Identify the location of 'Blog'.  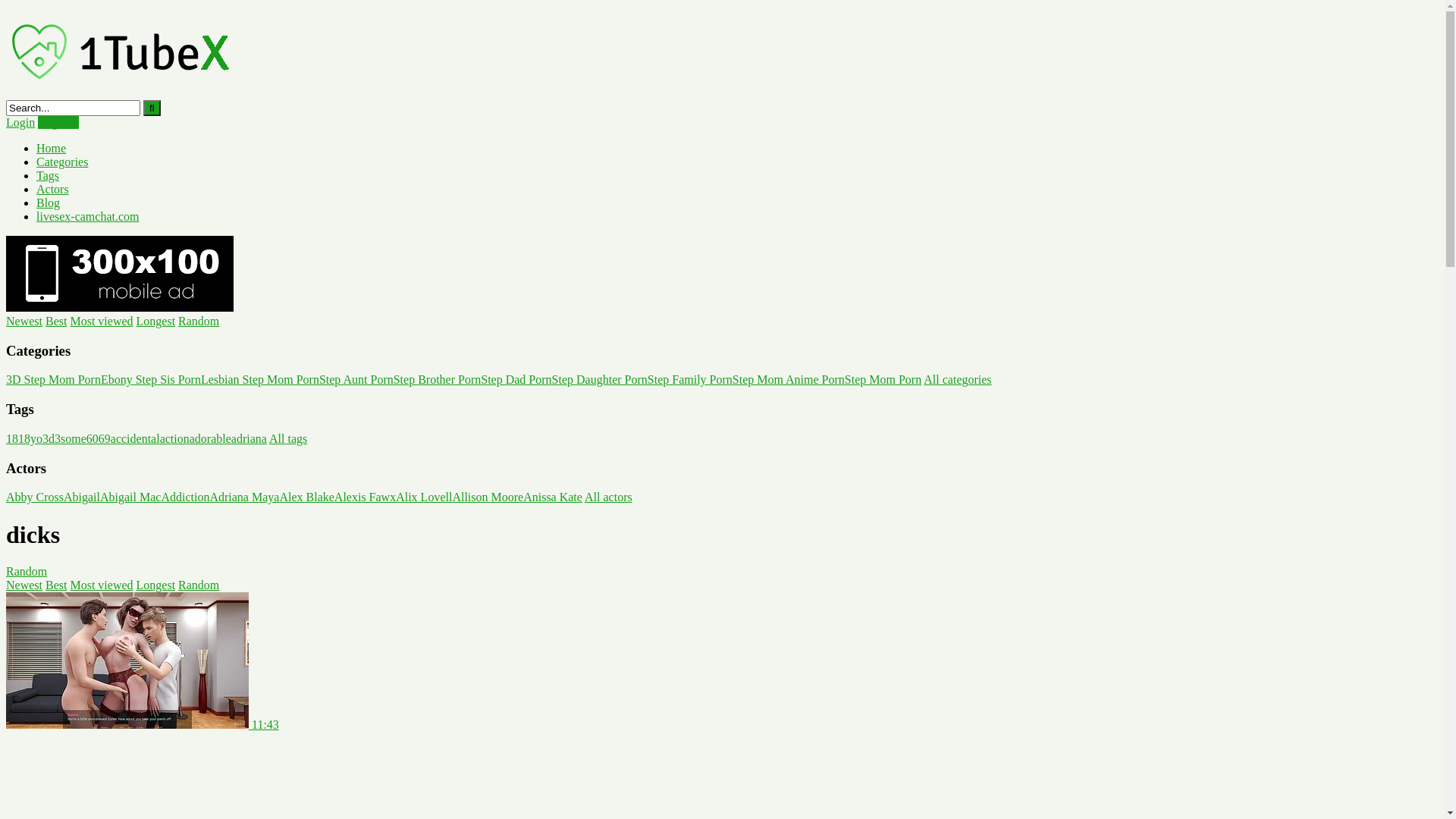
(48, 202).